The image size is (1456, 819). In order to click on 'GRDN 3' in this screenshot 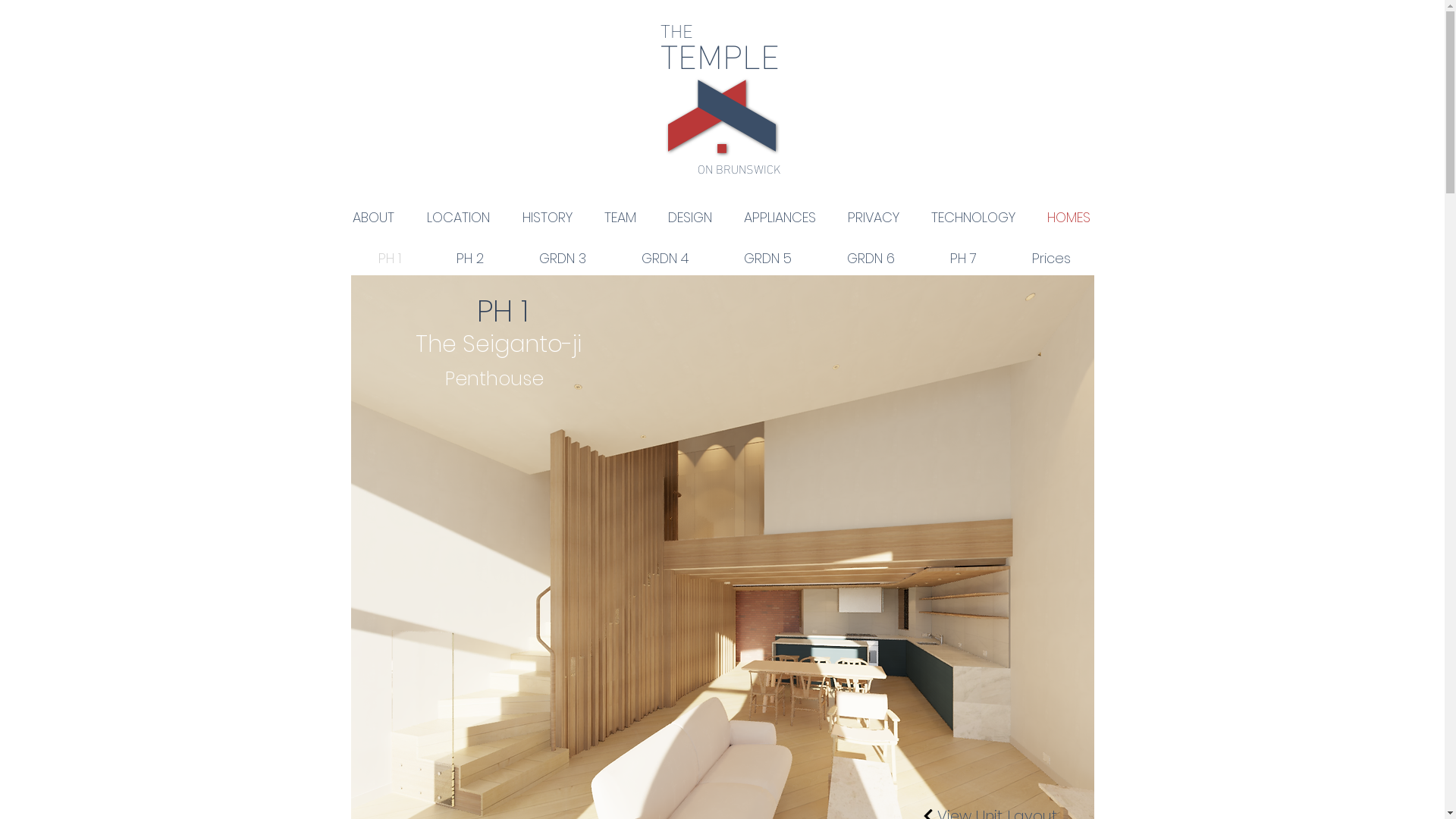, I will do `click(510, 257)`.